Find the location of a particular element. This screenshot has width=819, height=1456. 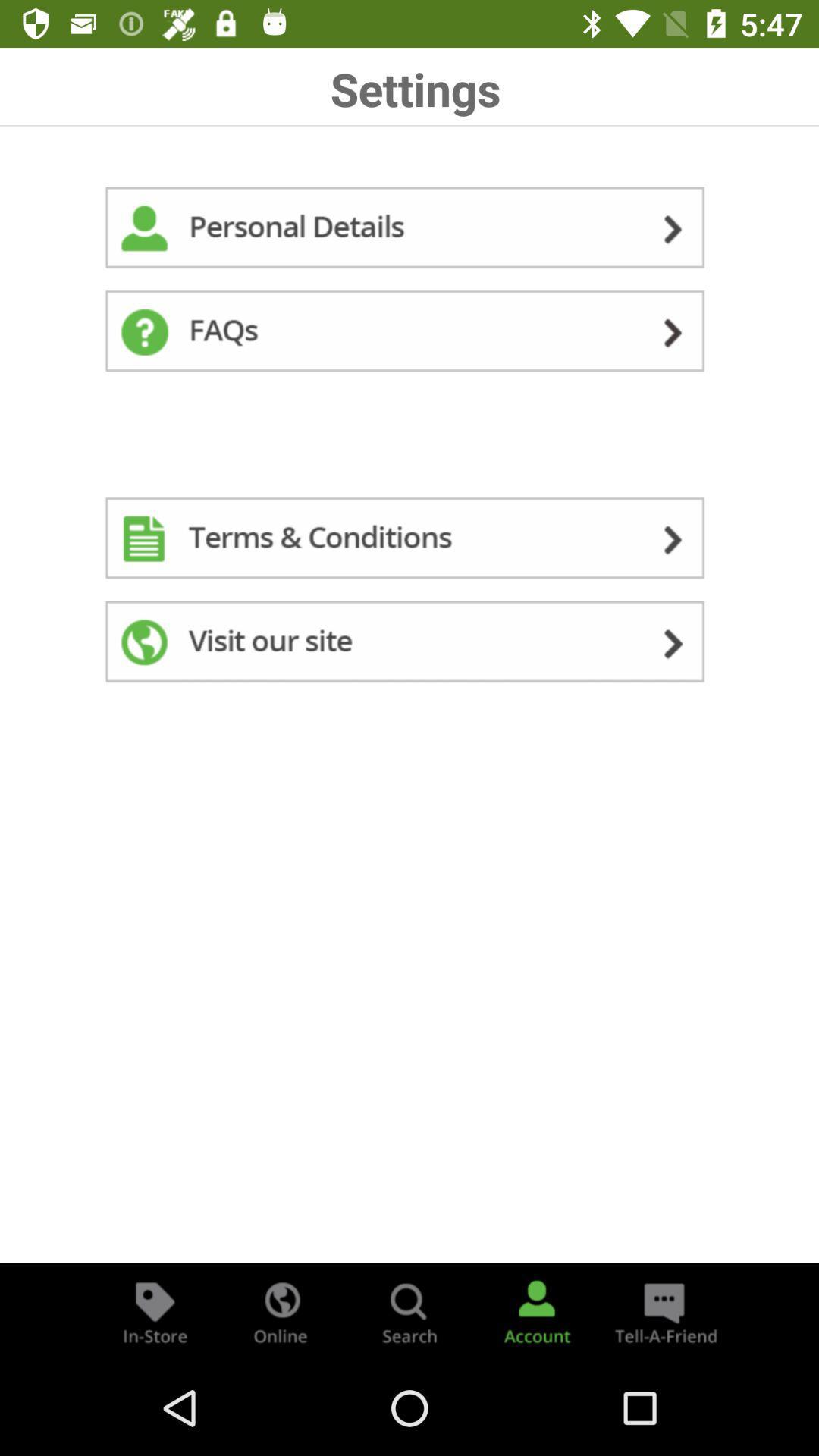

the globe icon is located at coordinates (281, 1310).